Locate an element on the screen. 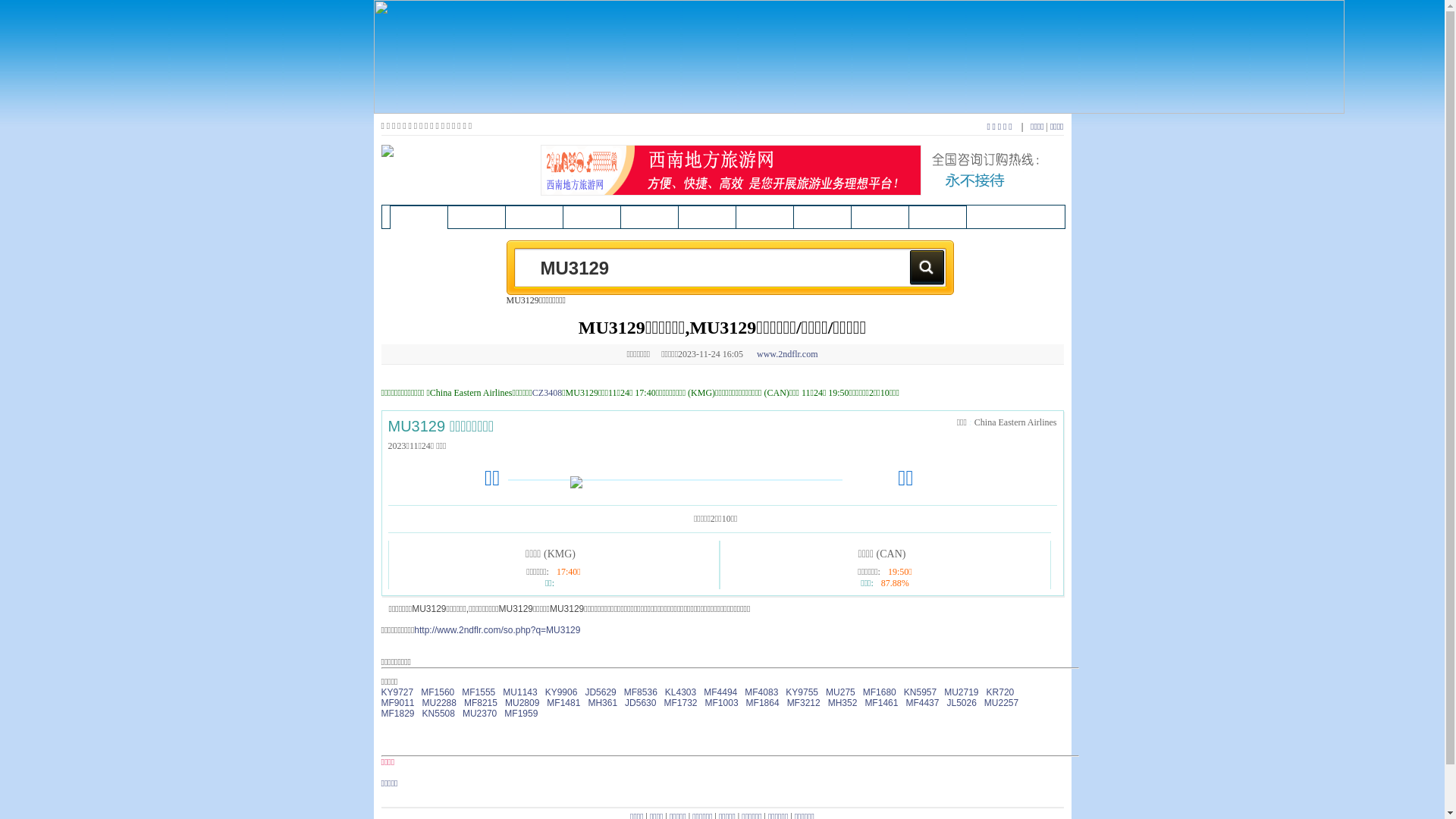  'MU2288' is located at coordinates (438, 702).